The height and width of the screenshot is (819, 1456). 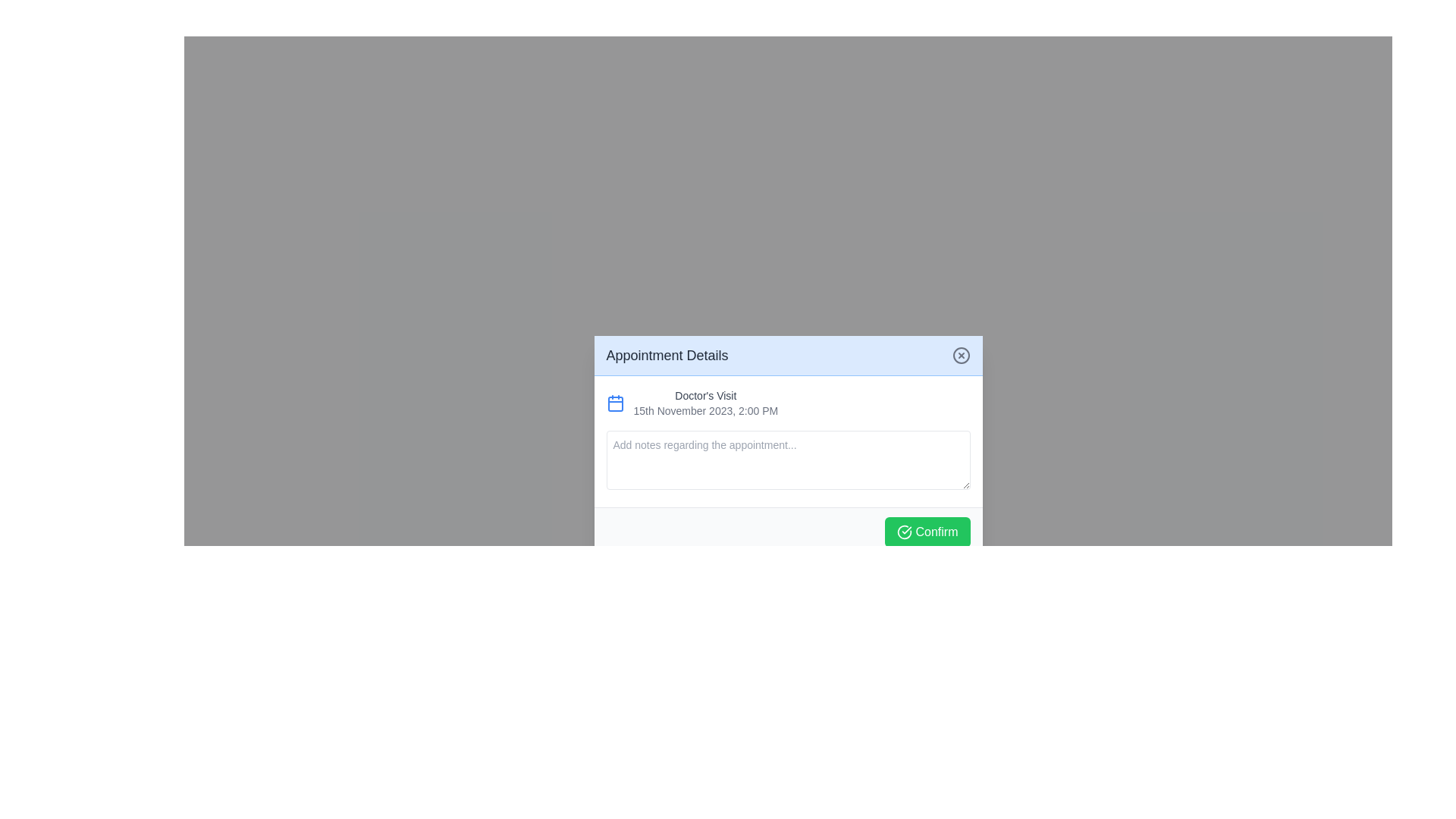 What do you see at coordinates (704, 402) in the screenshot?
I see `the 'Doctor's Visit' text label within the 'Appointment Details' modal, which displays the title in bold gray and the details in smaller lighter gray text` at bounding box center [704, 402].